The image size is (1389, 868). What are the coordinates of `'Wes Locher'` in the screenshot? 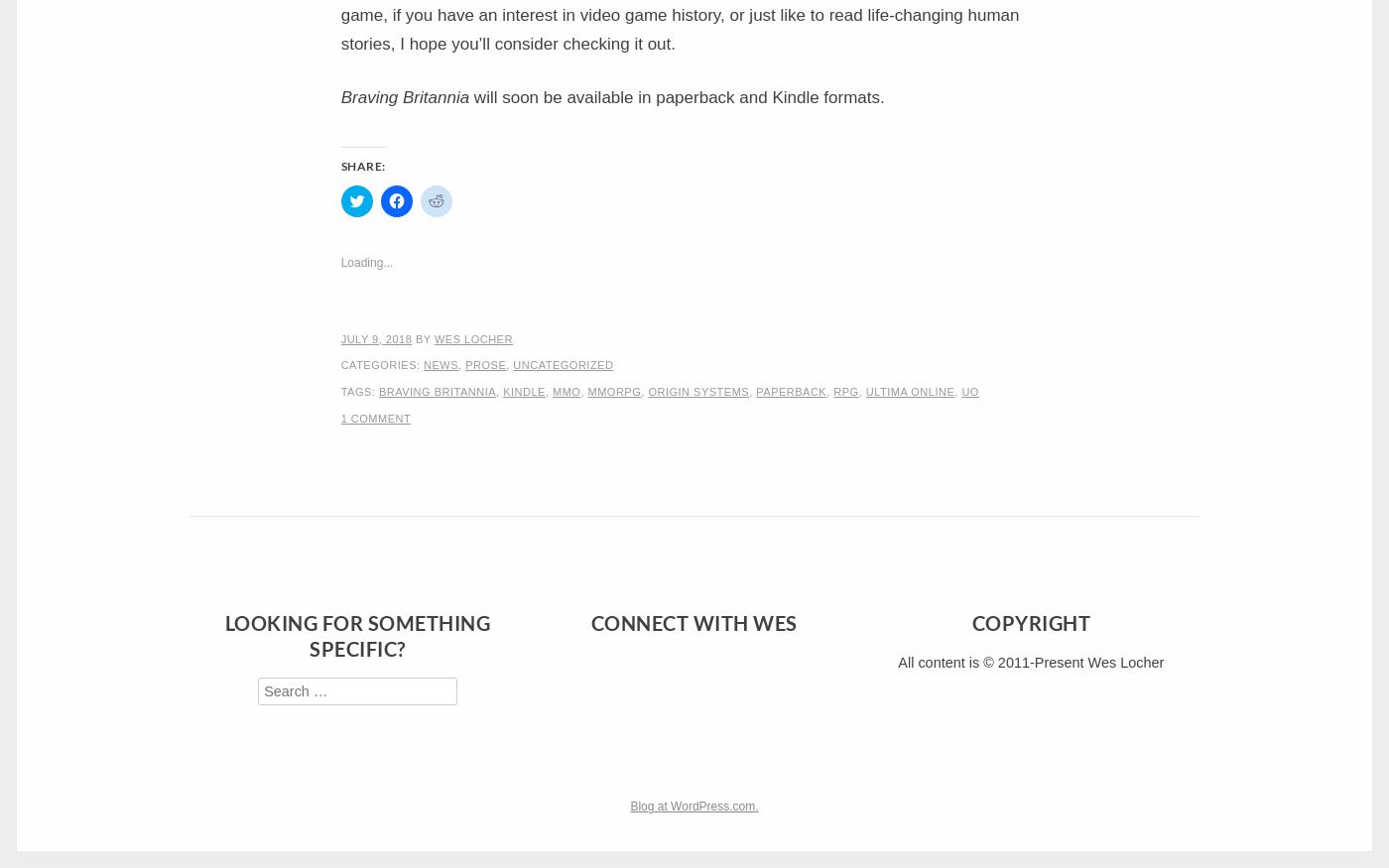 It's located at (472, 337).